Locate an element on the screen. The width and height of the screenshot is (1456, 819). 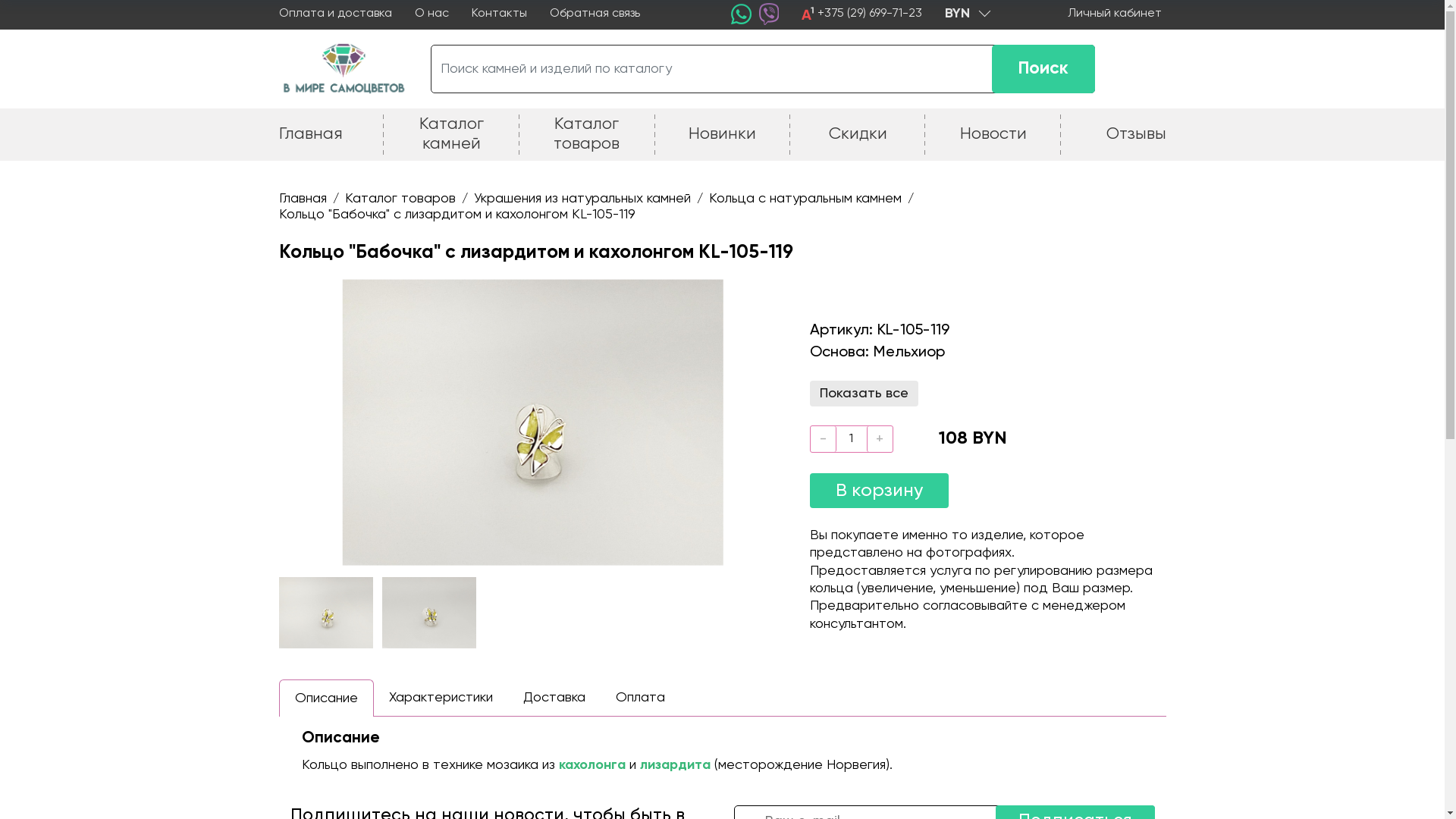
'+375 (29) 699-71-23' is located at coordinates (870, 14).